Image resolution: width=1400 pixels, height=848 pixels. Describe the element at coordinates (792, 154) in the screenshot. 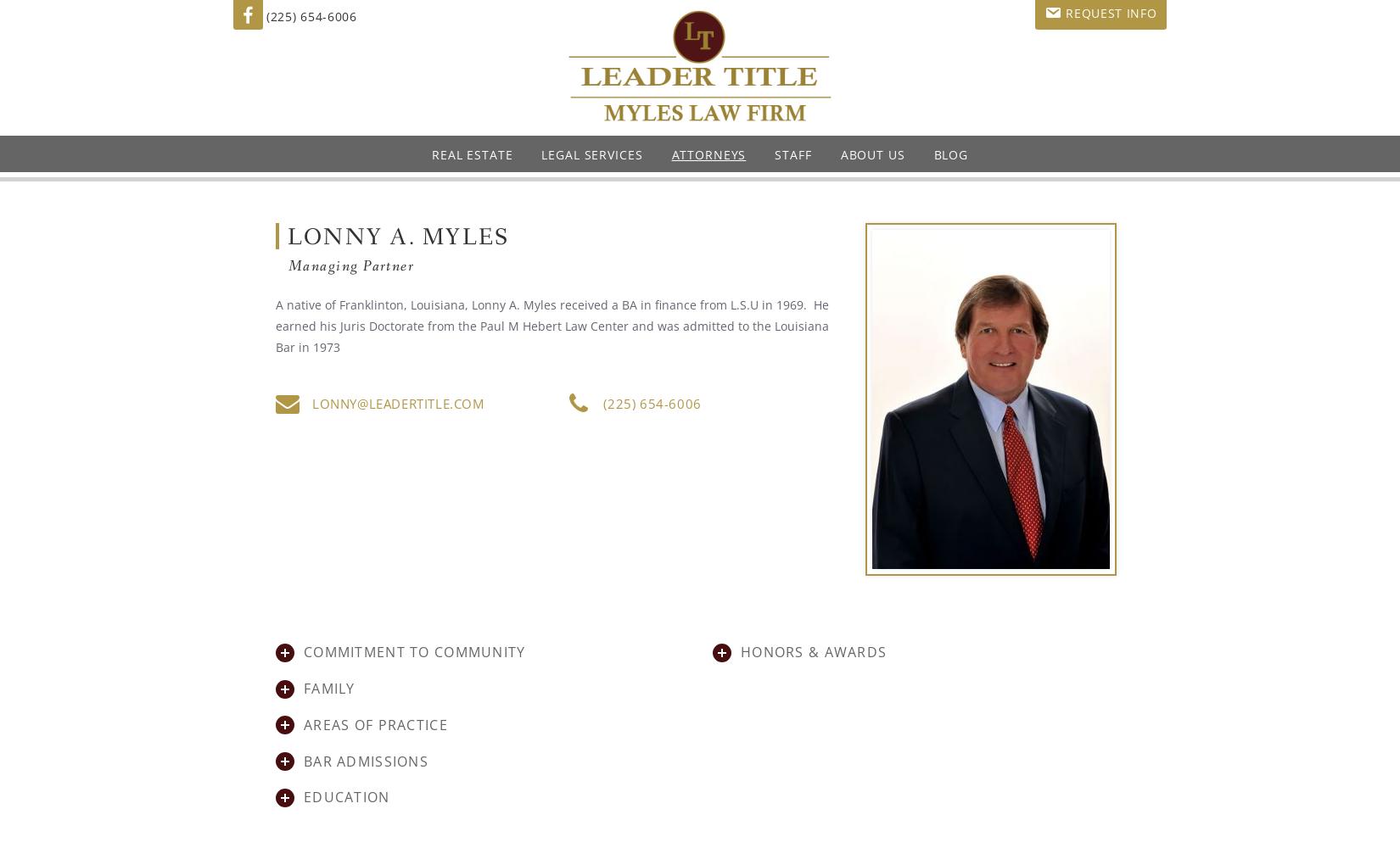

I see `'Staff'` at that location.